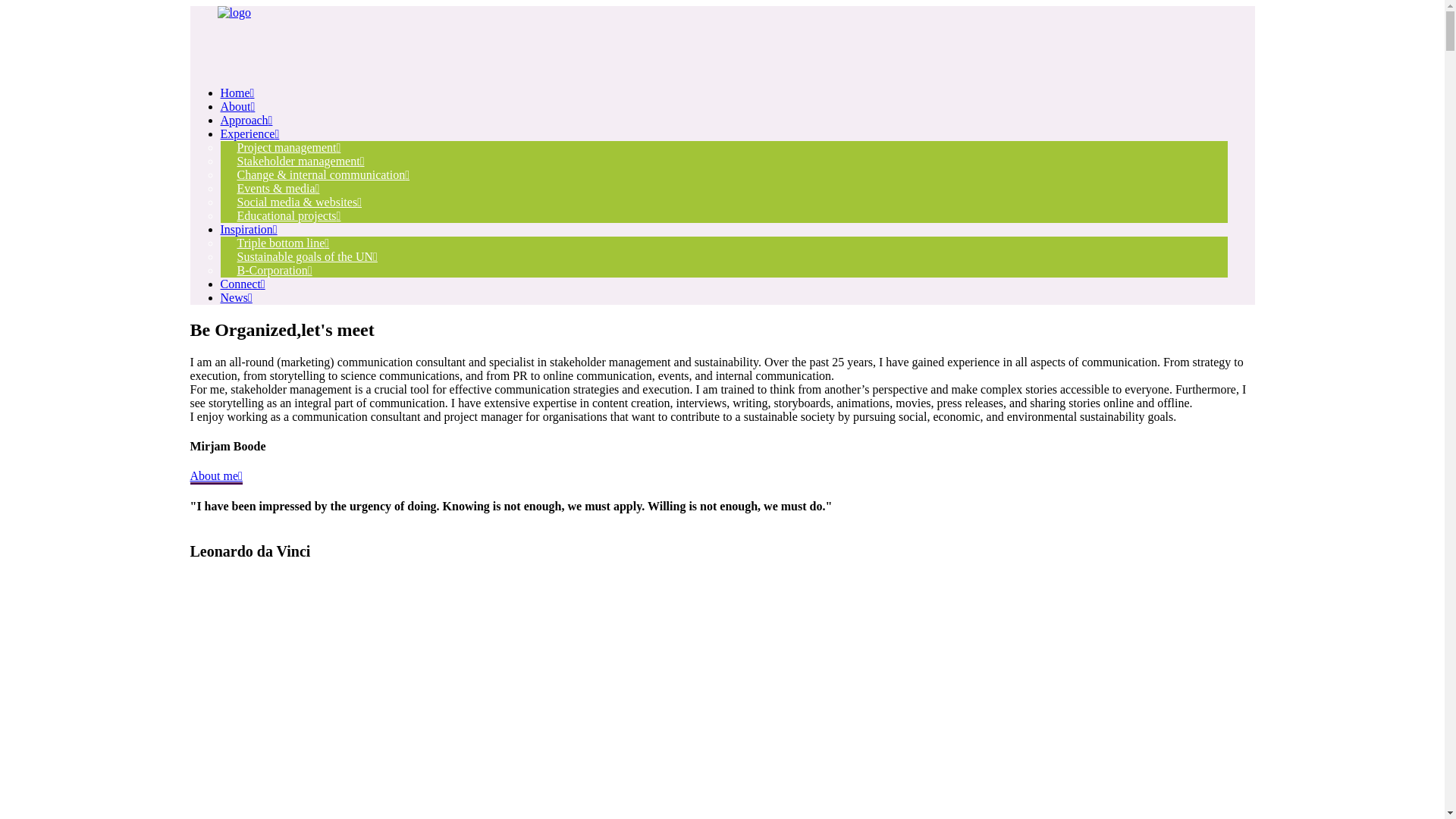  I want to click on 'Sustainable goals of the UN', so click(306, 256).